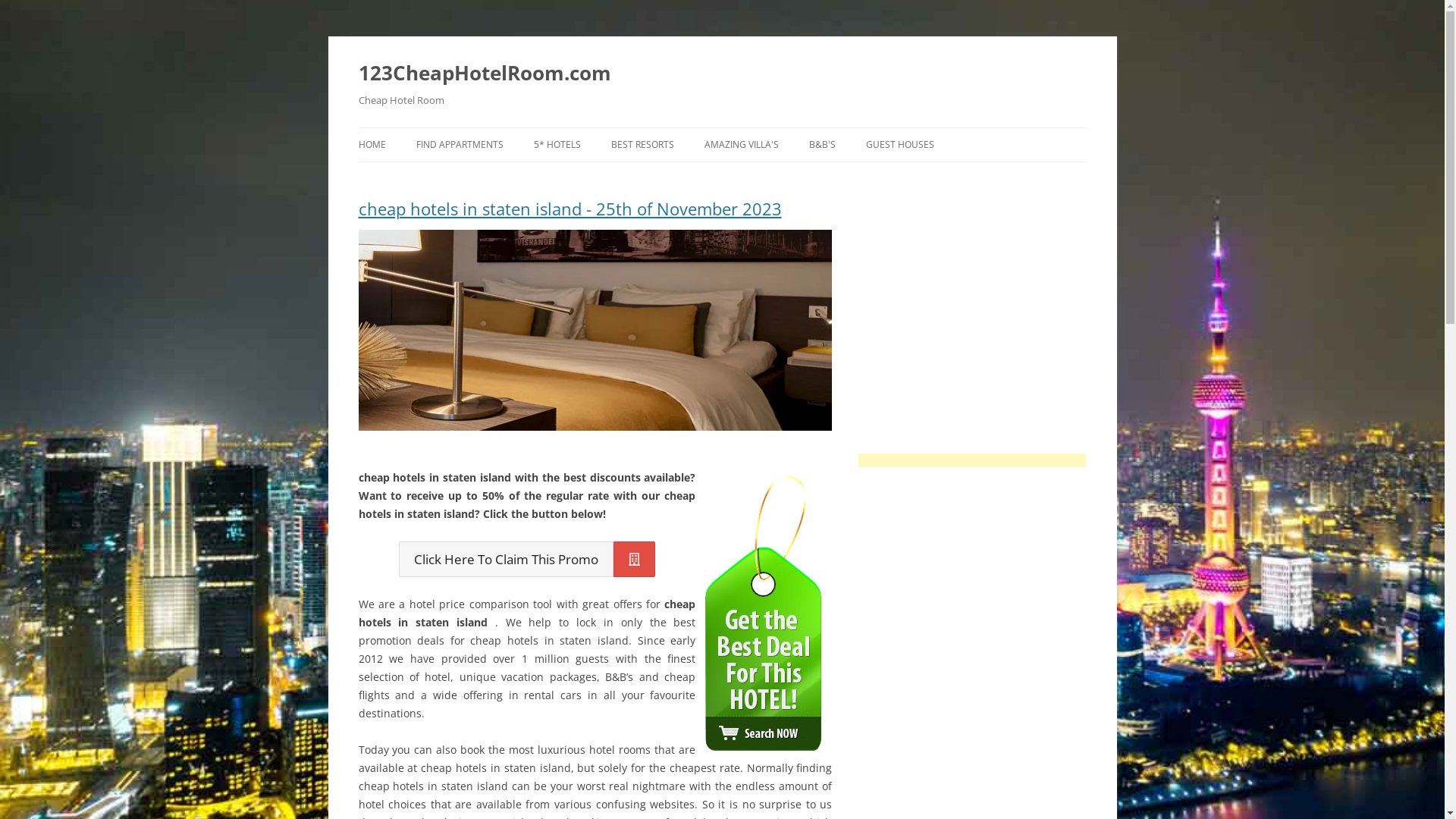  Describe the element at coordinates (483, 73) in the screenshot. I see `'123CheapHotelRoom.com'` at that location.